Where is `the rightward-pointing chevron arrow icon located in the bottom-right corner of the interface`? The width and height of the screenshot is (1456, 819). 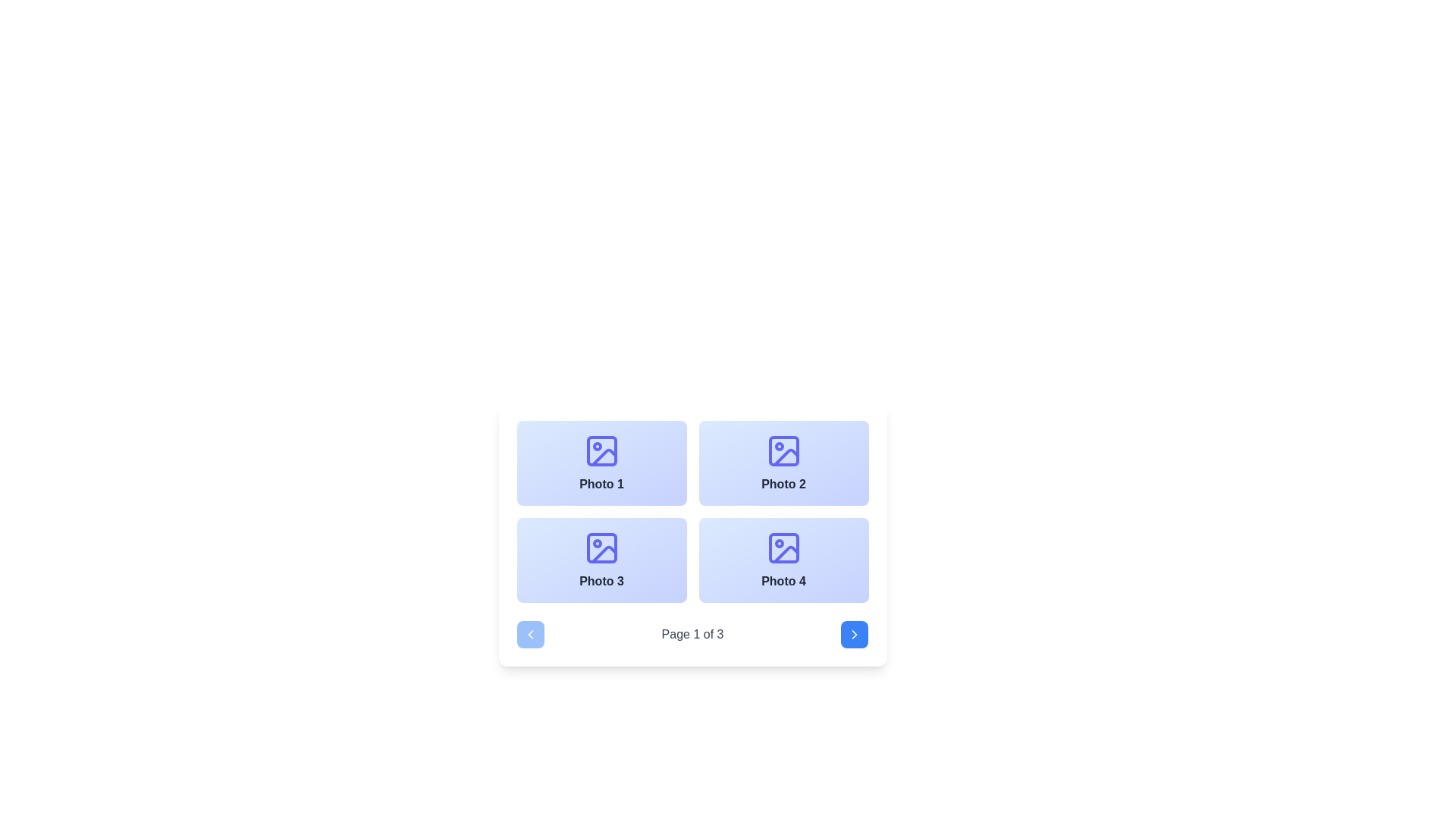
the rightward-pointing chevron arrow icon located in the bottom-right corner of the interface is located at coordinates (855, 635).